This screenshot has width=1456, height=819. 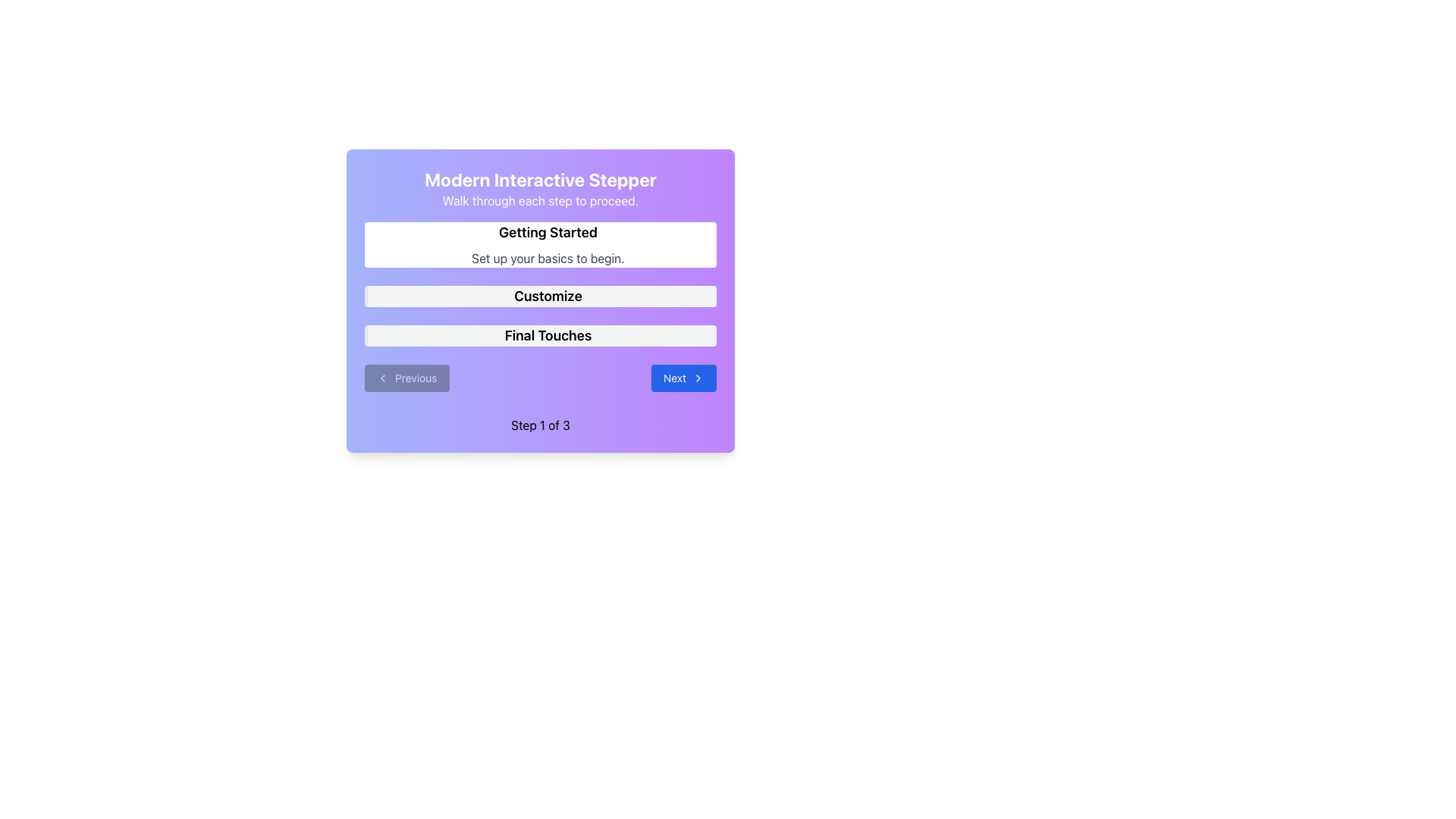 What do you see at coordinates (548, 335) in the screenshot?
I see `text of the heading element located below the 'Customize' heading and above the navigation buttons in the stepper interface` at bounding box center [548, 335].